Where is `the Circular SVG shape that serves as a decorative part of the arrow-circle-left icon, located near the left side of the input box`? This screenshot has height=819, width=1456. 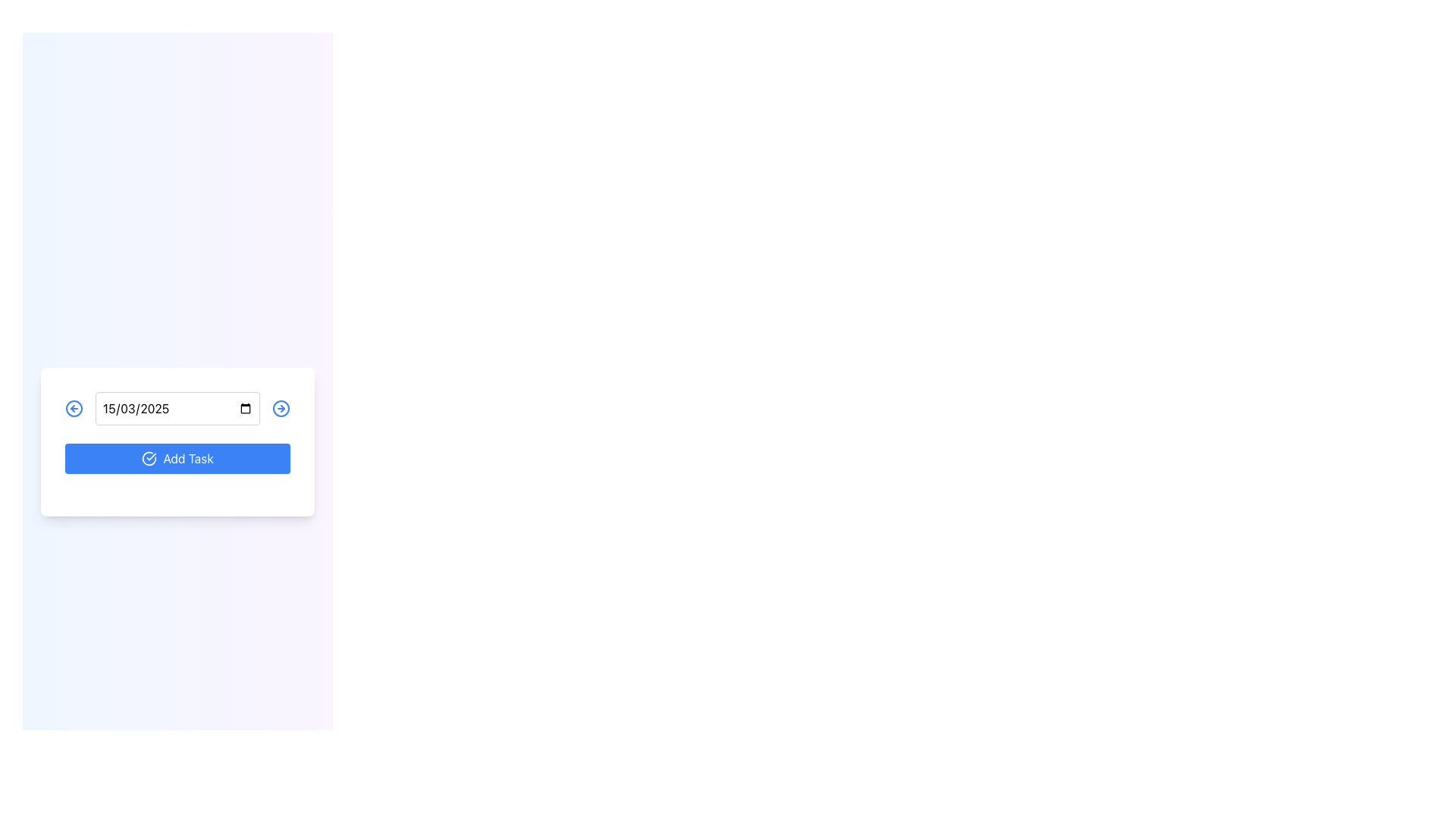
the Circular SVG shape that serves as a decorative part of the arrow-circle-left icon, located near the left side of the input box is located at coordinates (73, 408).